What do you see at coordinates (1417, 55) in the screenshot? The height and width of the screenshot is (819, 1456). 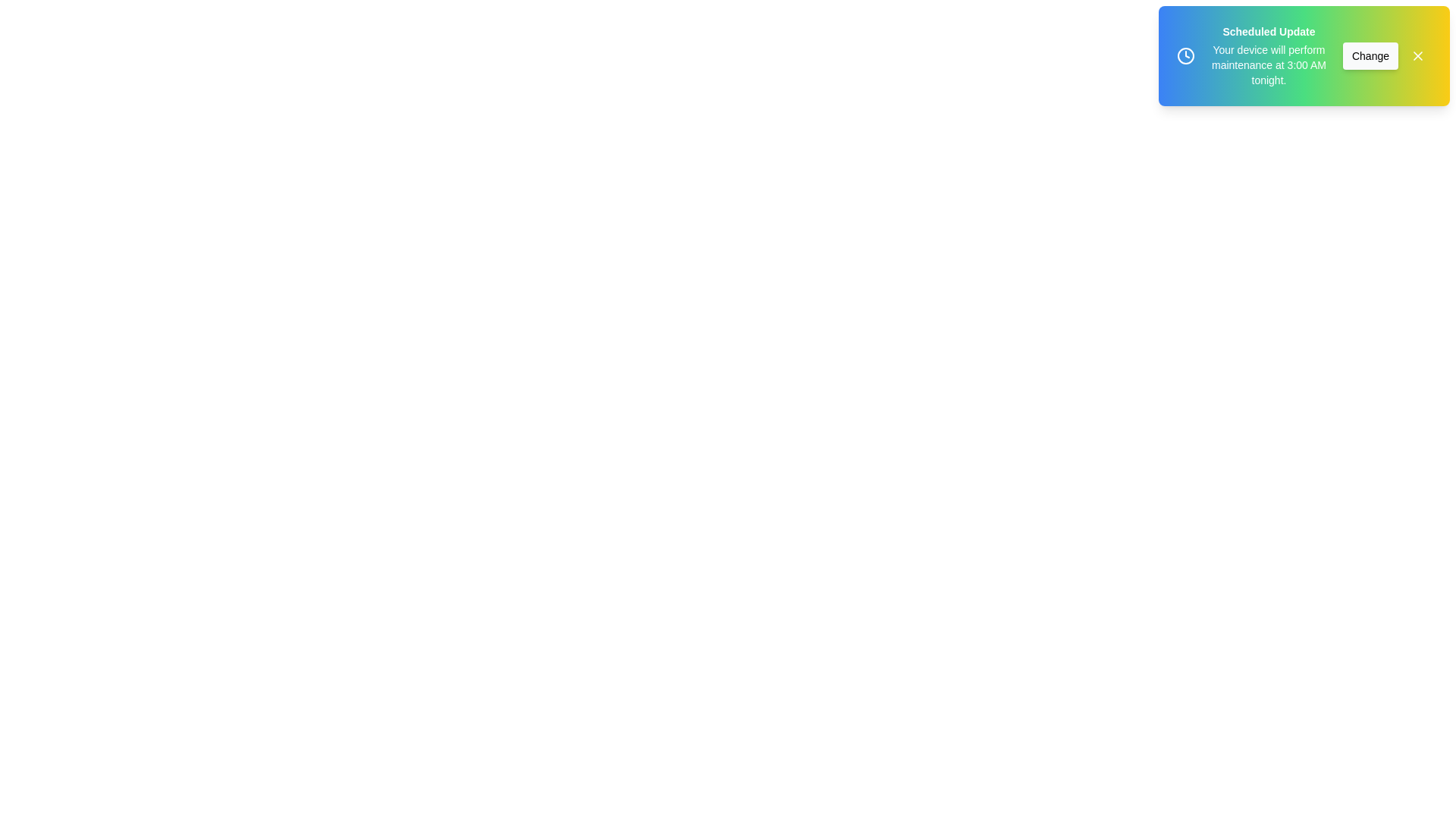 I see `the close button to dismiss the snackbar` at bounding box center [1417, 55].